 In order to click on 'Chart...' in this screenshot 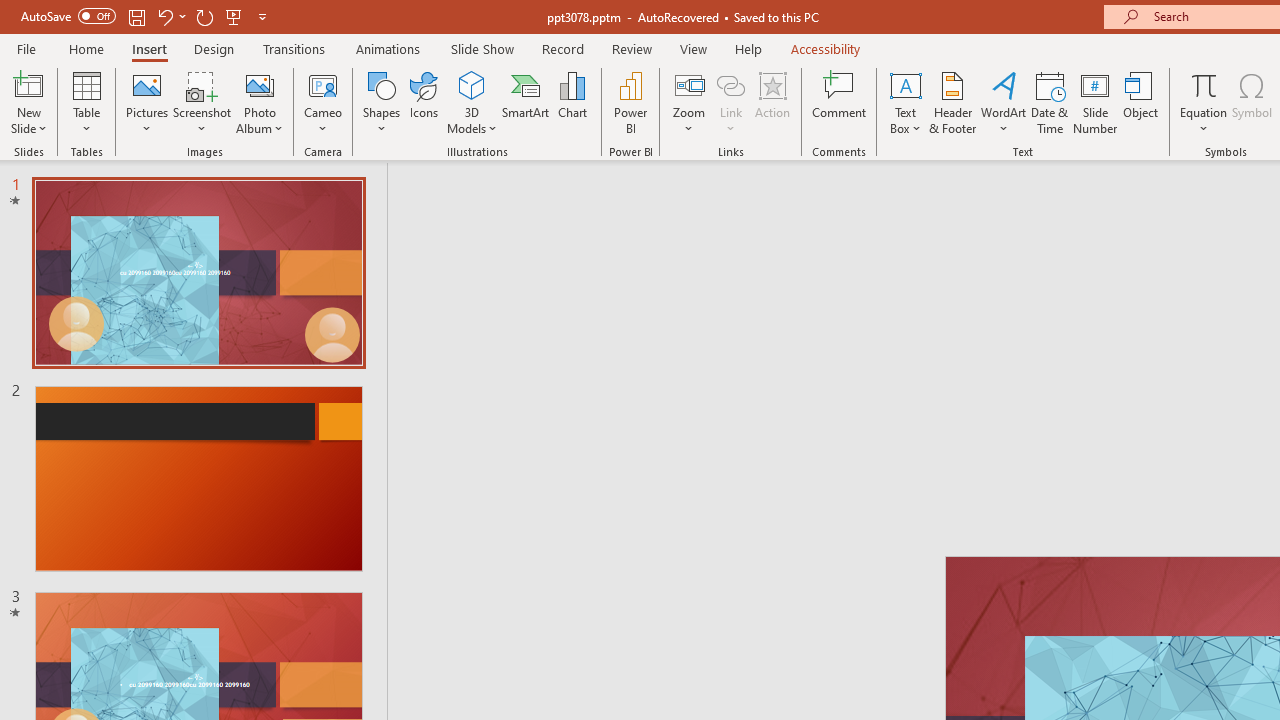, I will do `click(571, 103)`.